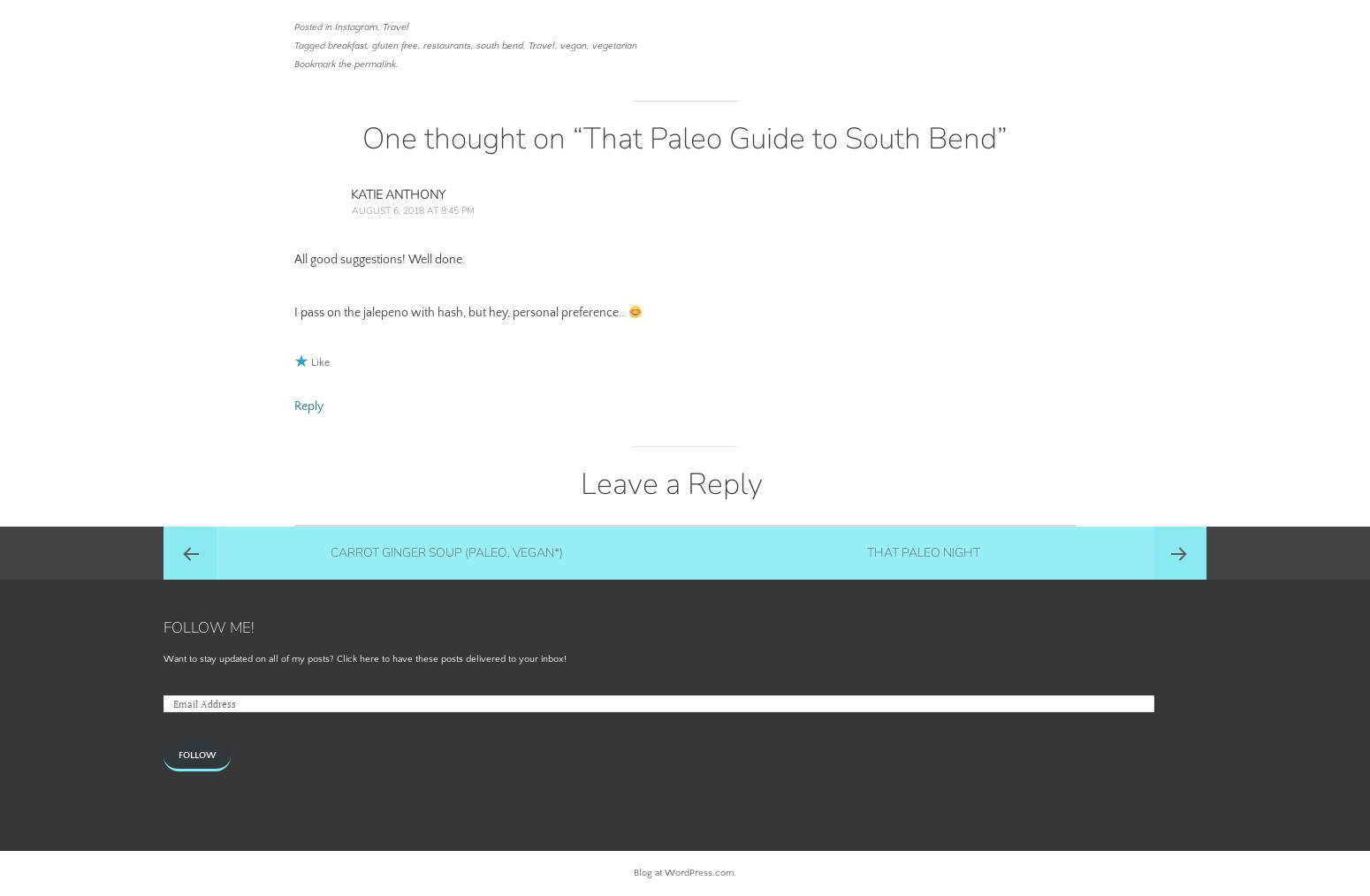 This screenshot has width=1370, height=896. I want to click on 'breakfast', so click(346, 44).